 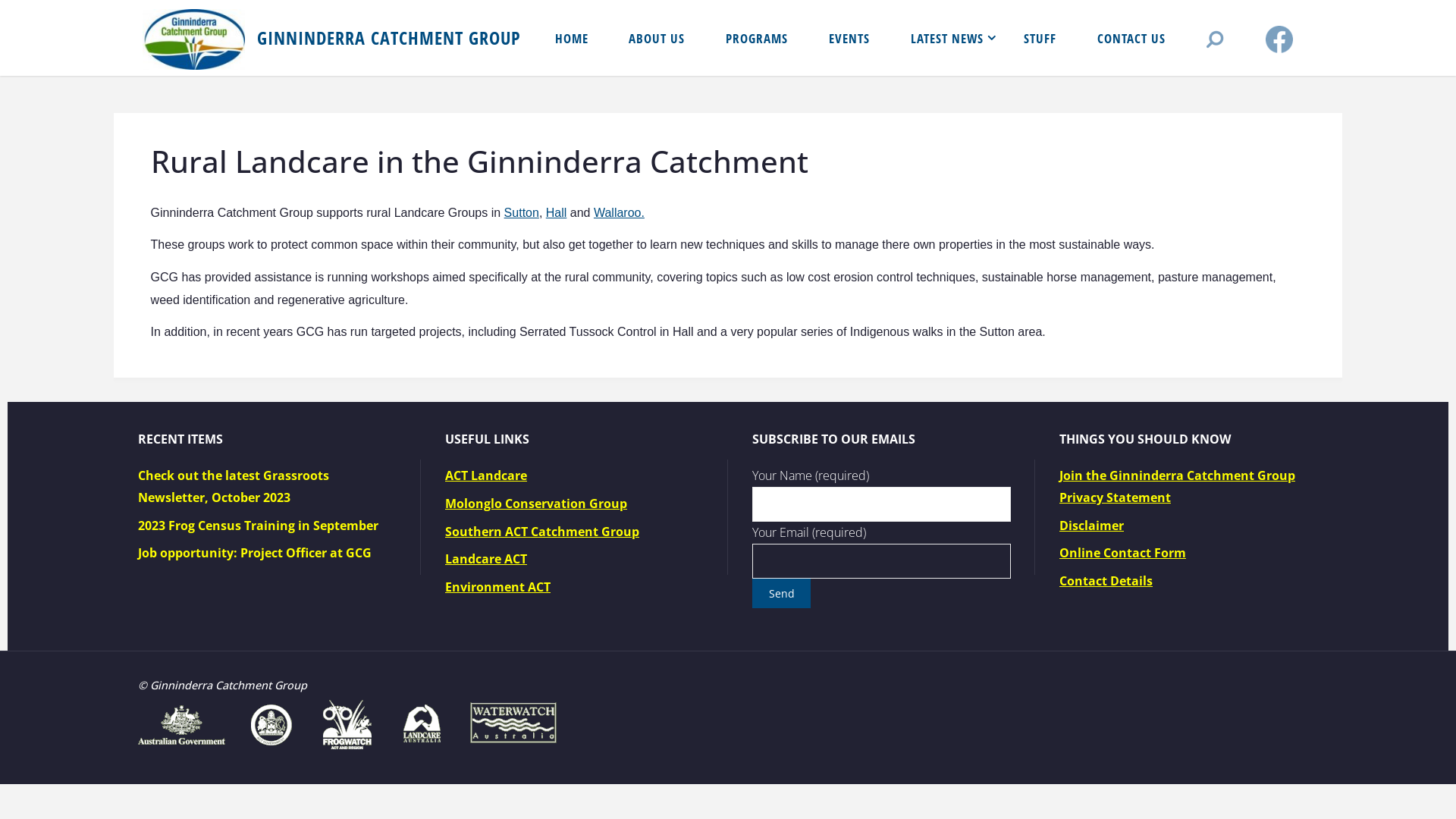 What do you see at coordinates (1115, 497) in the screenshot?
I see `'Privacy Statement'` at bounding box center [1115, 497].